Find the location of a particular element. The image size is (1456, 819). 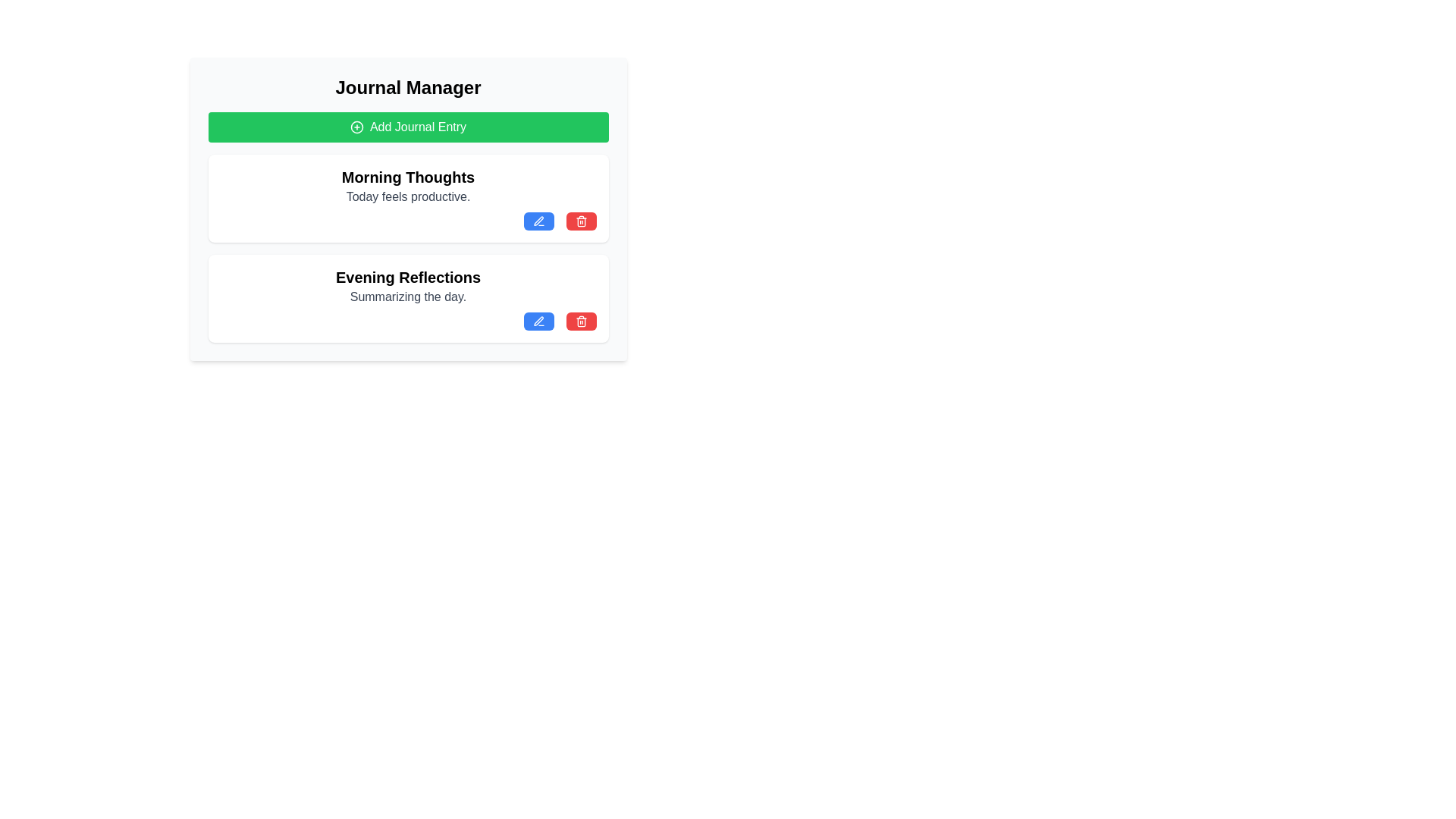

the text element reading 'Summarizing the day.' which is styled in gray font and located below the heading 'Evening Reflections' is located at coordinates (408, 297).